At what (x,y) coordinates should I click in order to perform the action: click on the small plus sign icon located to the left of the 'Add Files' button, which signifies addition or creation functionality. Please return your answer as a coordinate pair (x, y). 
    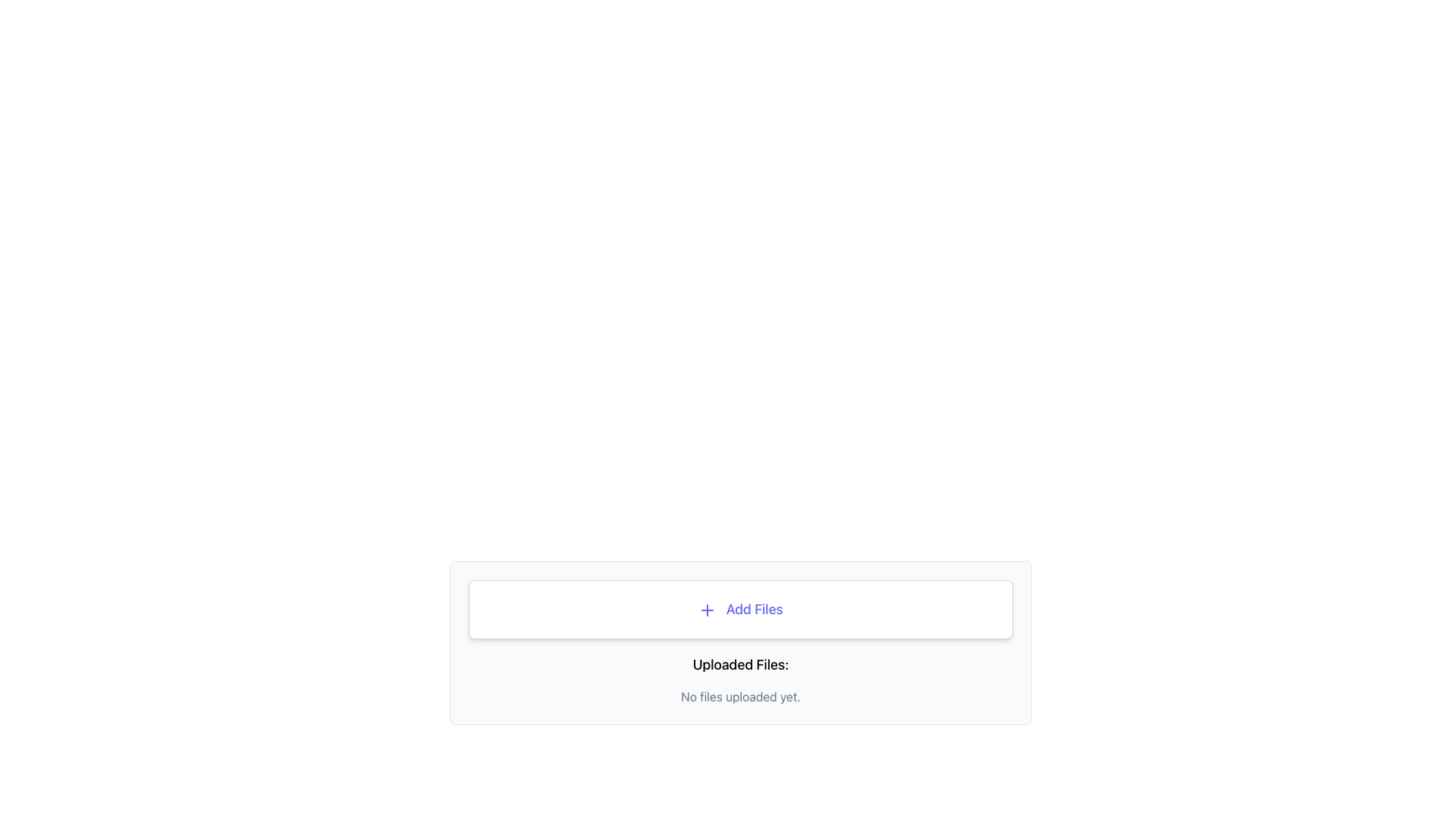
    Looking at the image, I should click on (707, 610).